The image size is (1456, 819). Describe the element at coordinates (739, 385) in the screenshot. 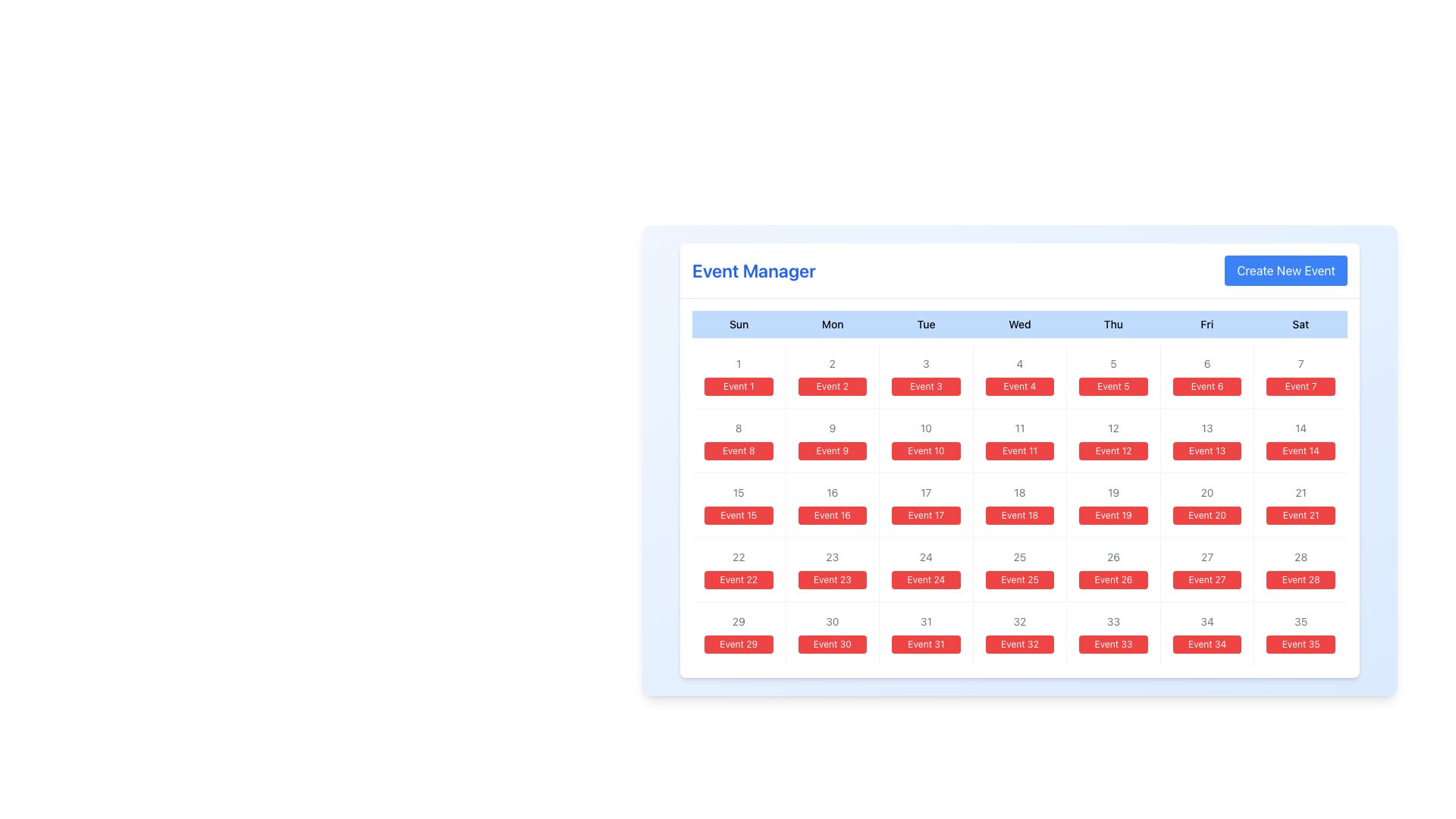

I see `the informational badge labeled 'Event 1' that indicates an event scheduled on the date '1' in the calendar application, located in the first column under the 'Sun' header` at that location.